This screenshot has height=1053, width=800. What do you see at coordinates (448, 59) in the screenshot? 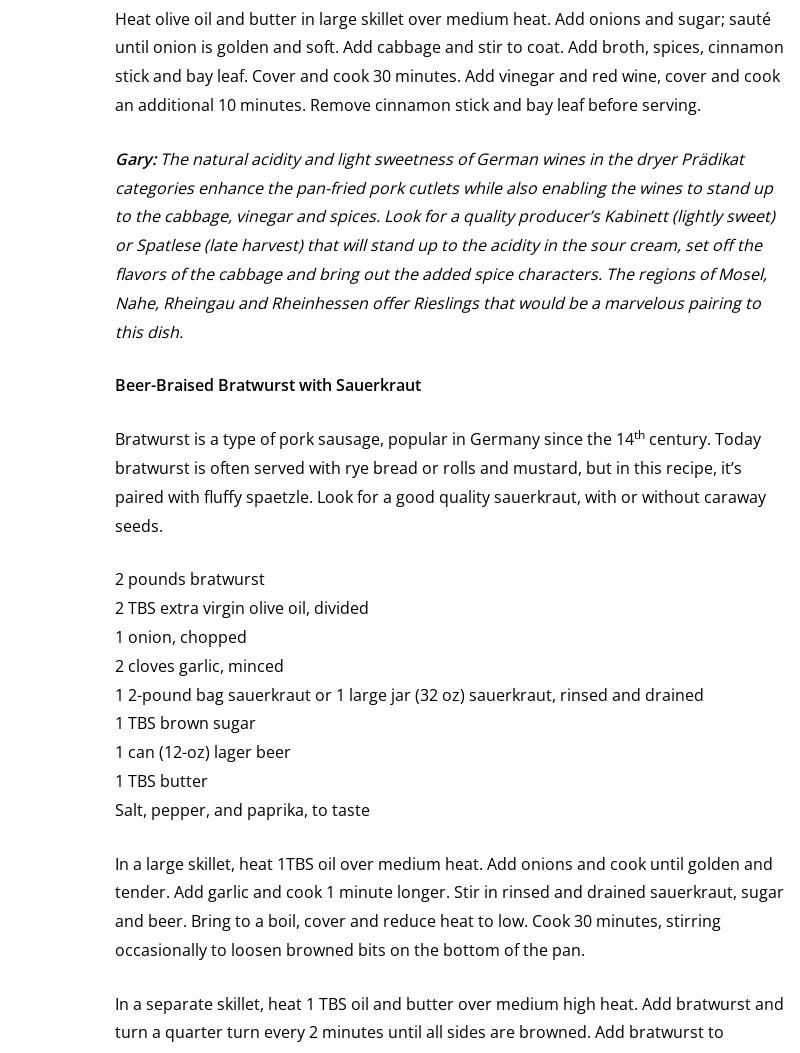
I see `'Heat olive oil and butter in large skillet over medium heat. Add onions and sugar; sauté until onion is golden and soft. Add cabbage and stir to coat. Add broth, spices, cinnamon stick and bay leaf. Cover and cook 30 minutes. Add vinegar and red wine, cover and cook an additional 10 minutes. Remove cinnamon stick and bay leaf before serving.'` at bounding box center [448, 59].